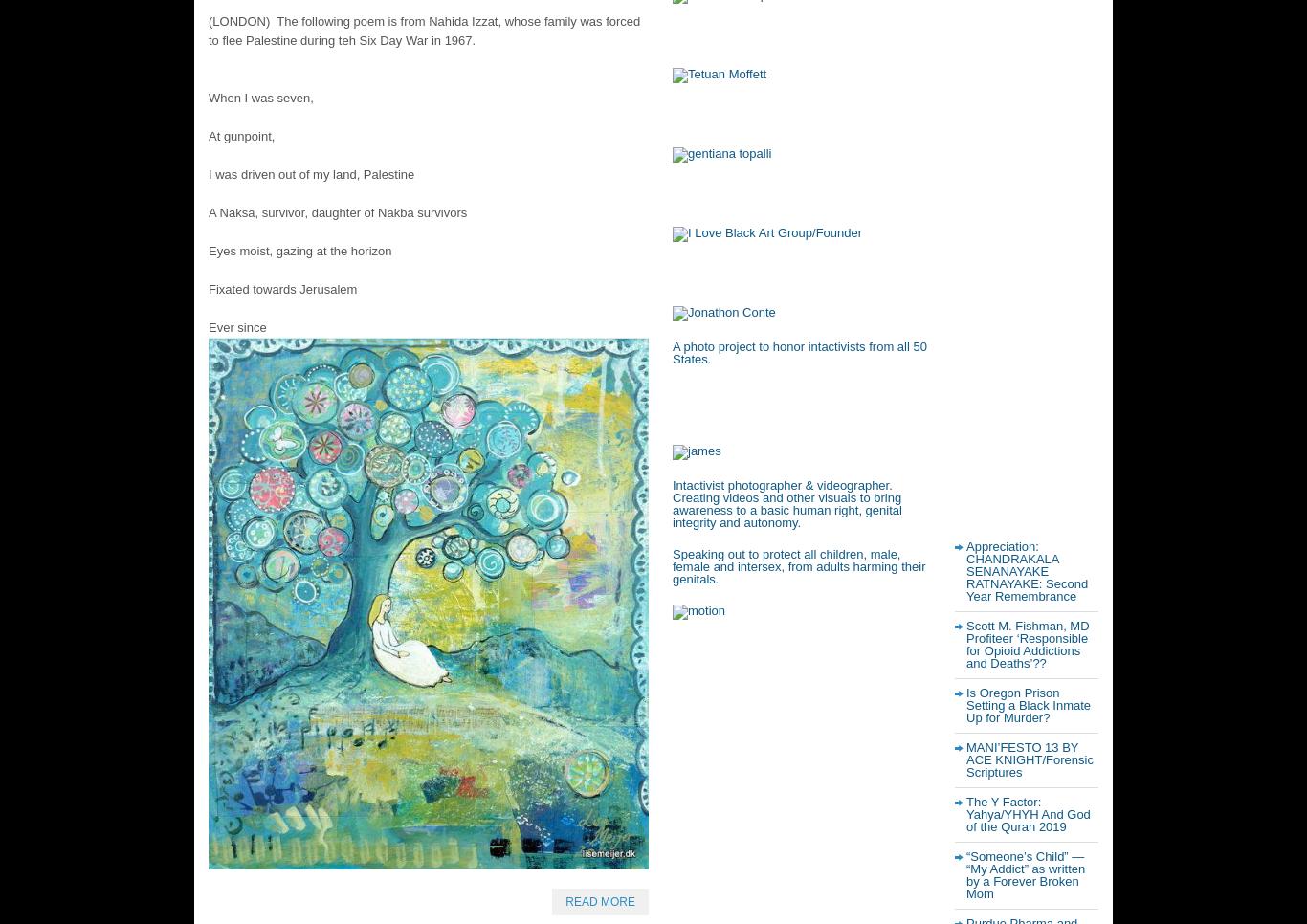  I want to click on 'Speaking out to protect all children, male, female and intersex, from adults harming their genitals.', so click(798, 566).